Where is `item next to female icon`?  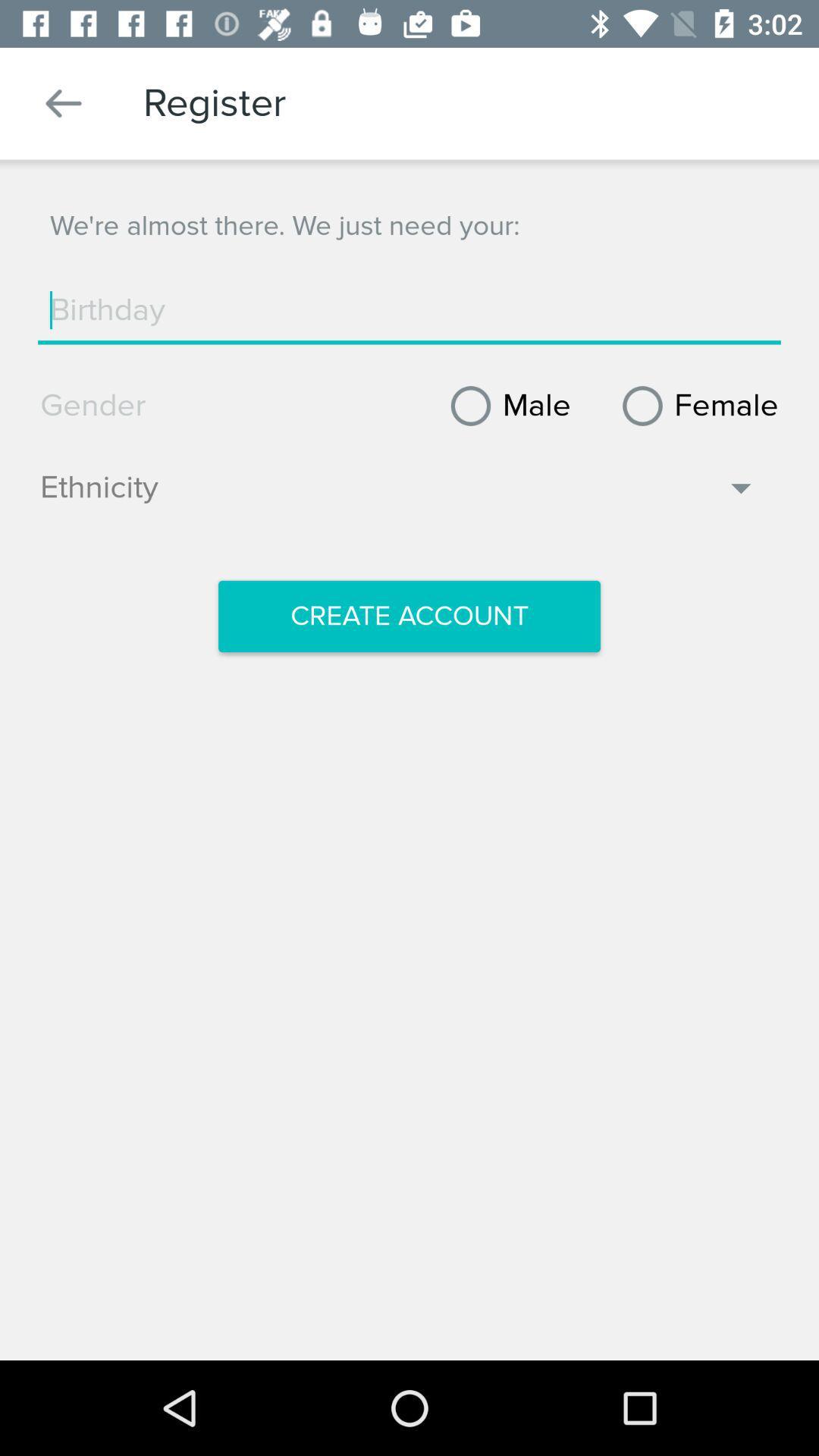
item next to female icon is located at coordinates (505, 406).